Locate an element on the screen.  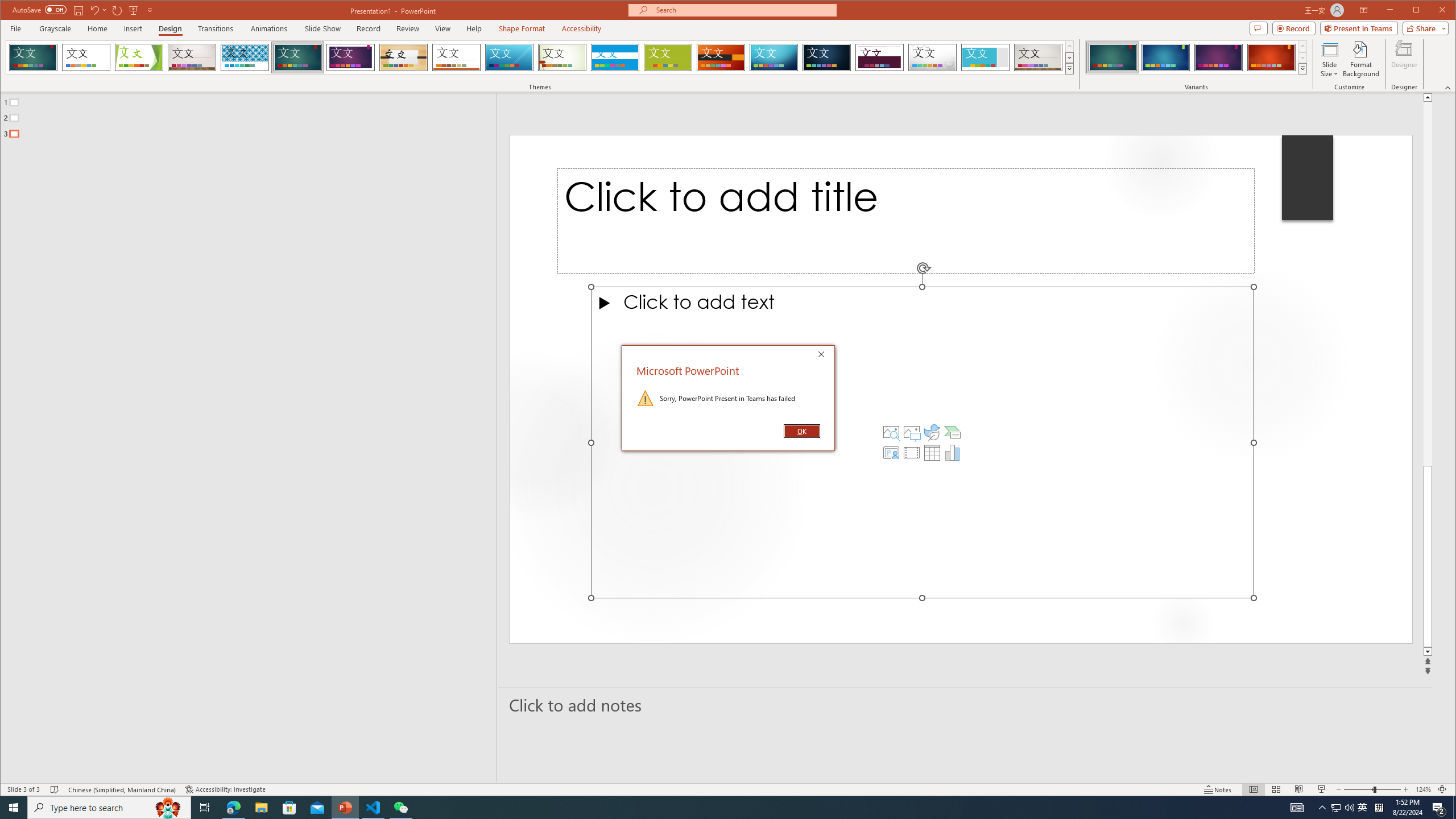
'Themes' is located at coordinates (1069, 68).